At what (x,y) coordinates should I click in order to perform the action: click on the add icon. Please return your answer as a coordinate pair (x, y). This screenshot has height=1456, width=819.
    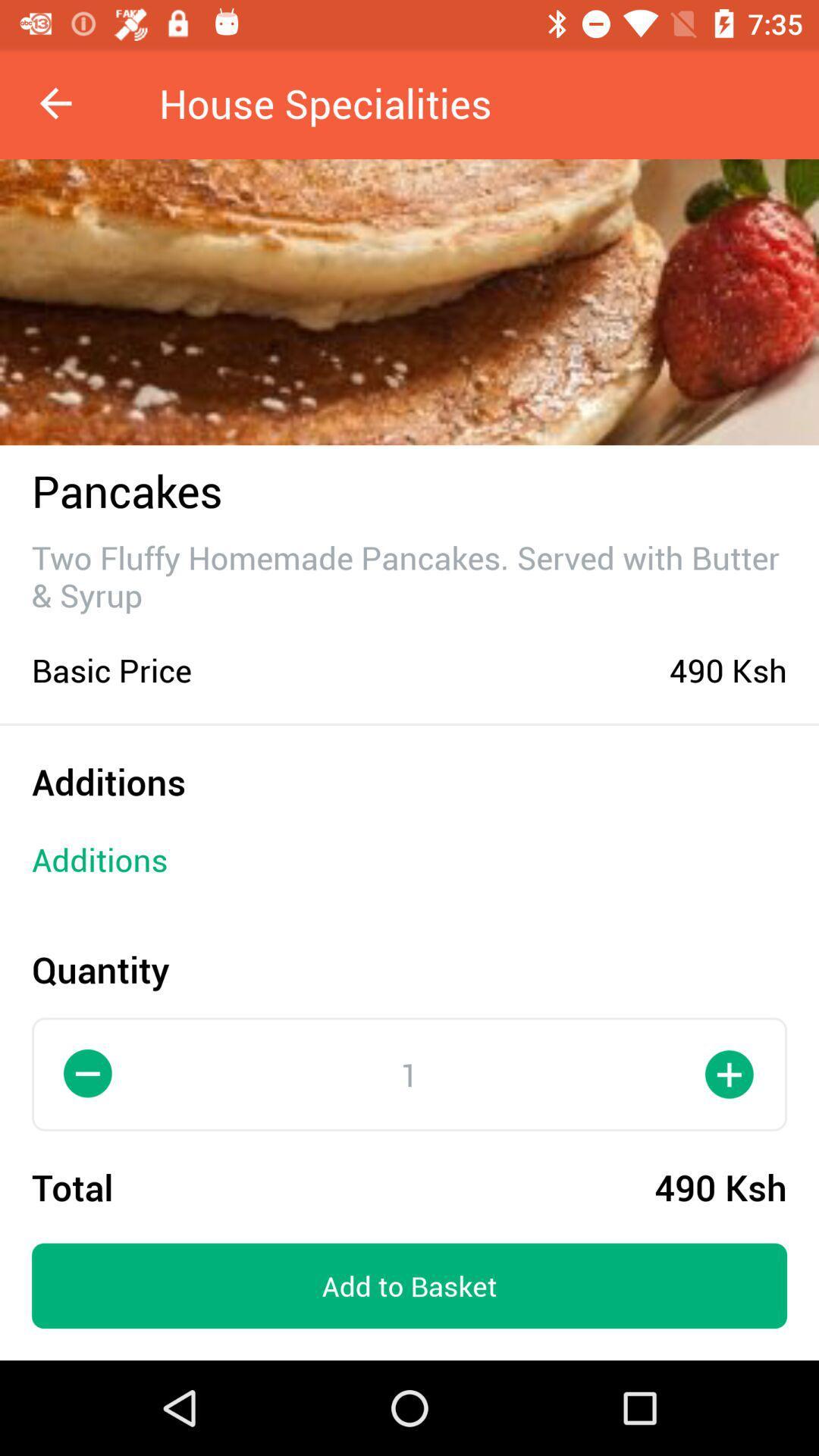
    Looking at the image, I should click on (730, 1073).